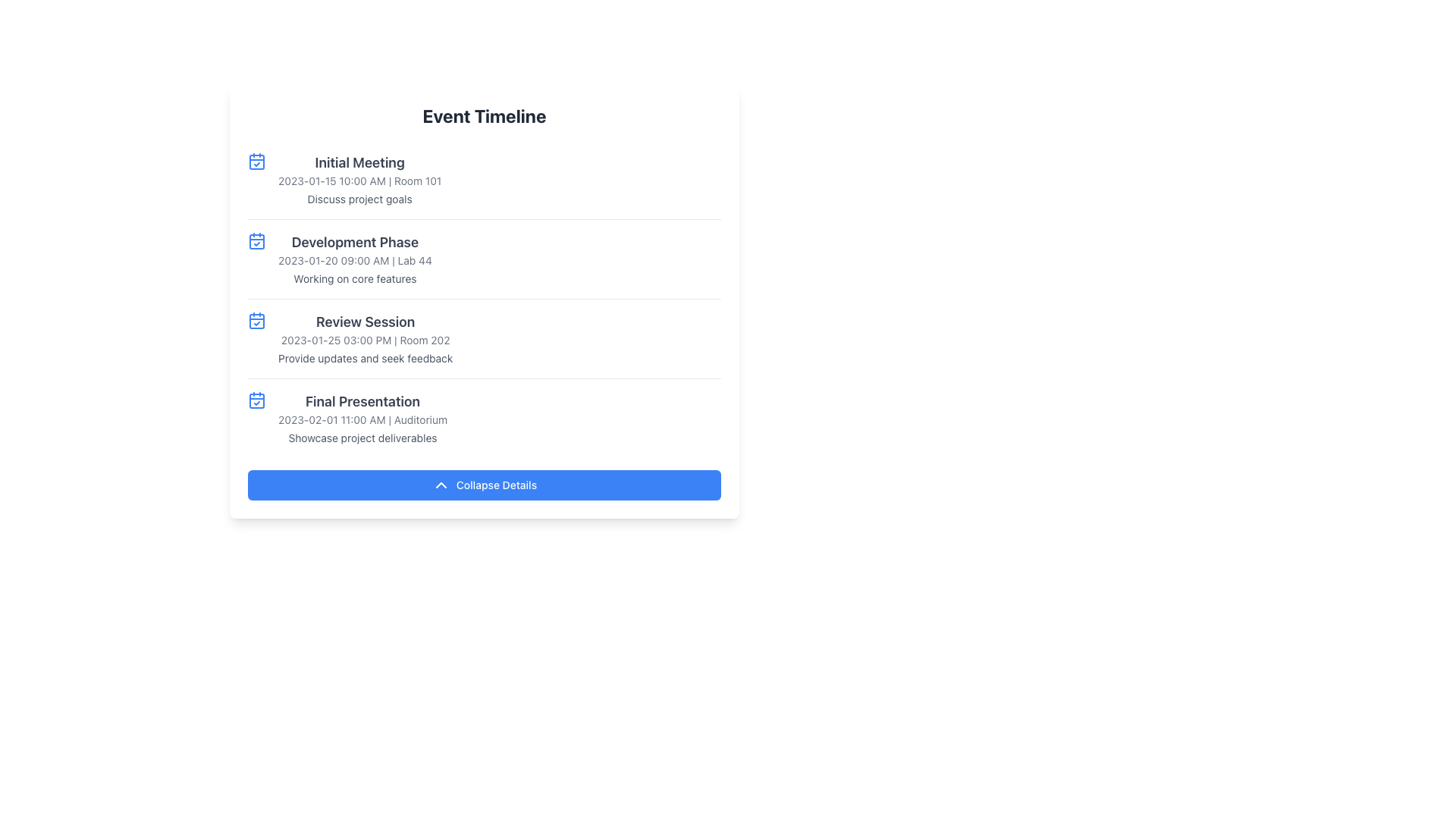 This screenshot has height=819, width=1456. I want to click on the List item displaying event details for 'Review Session', which is the third item in the 'Event Timeline' section, so click(483, 337).